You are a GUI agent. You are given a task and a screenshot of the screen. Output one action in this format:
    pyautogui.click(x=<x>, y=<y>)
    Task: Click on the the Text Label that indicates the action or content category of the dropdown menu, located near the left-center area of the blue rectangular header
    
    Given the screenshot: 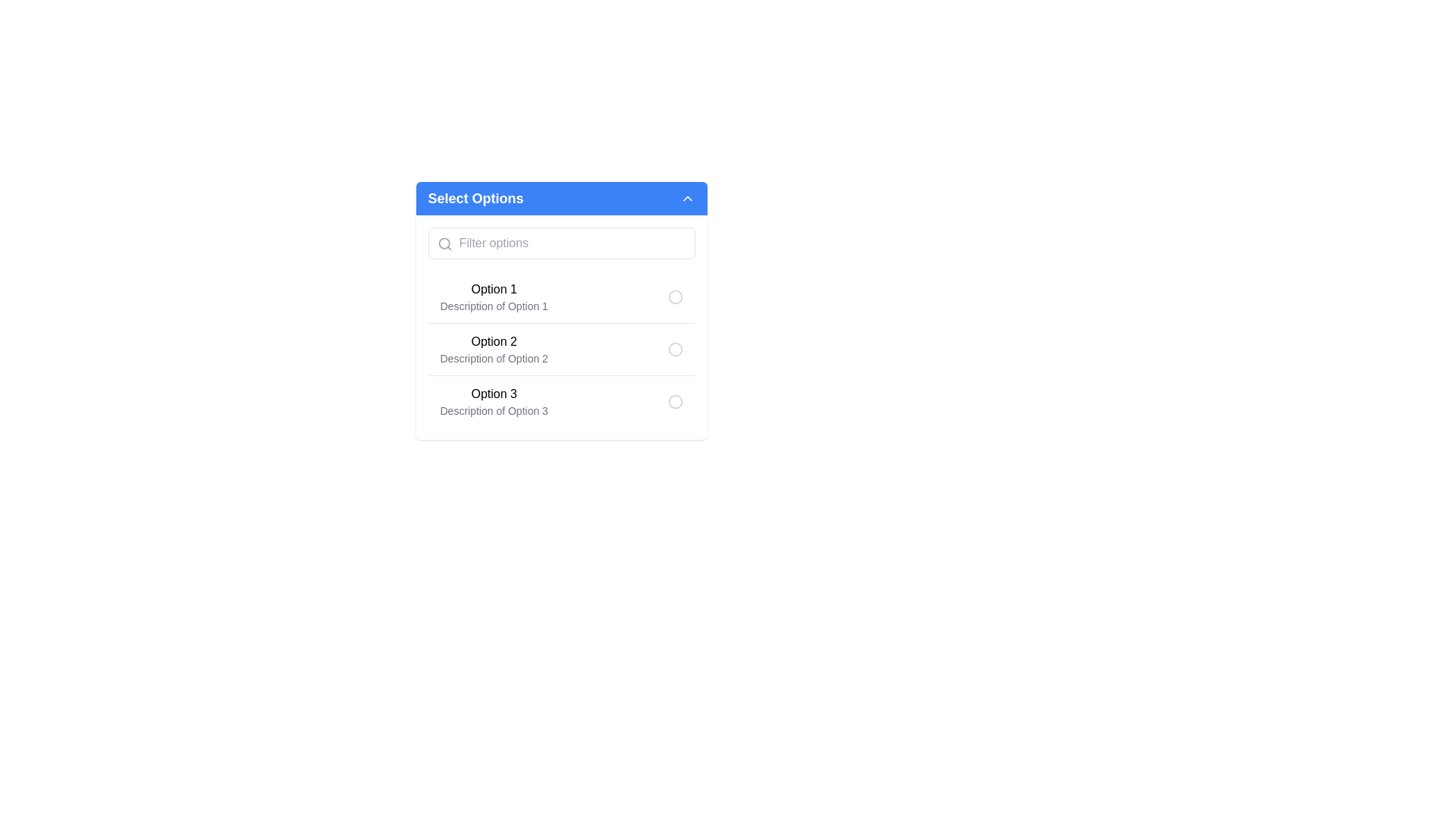 What is the action you would take?
    pyautogui.click(x=475, y=198)
    